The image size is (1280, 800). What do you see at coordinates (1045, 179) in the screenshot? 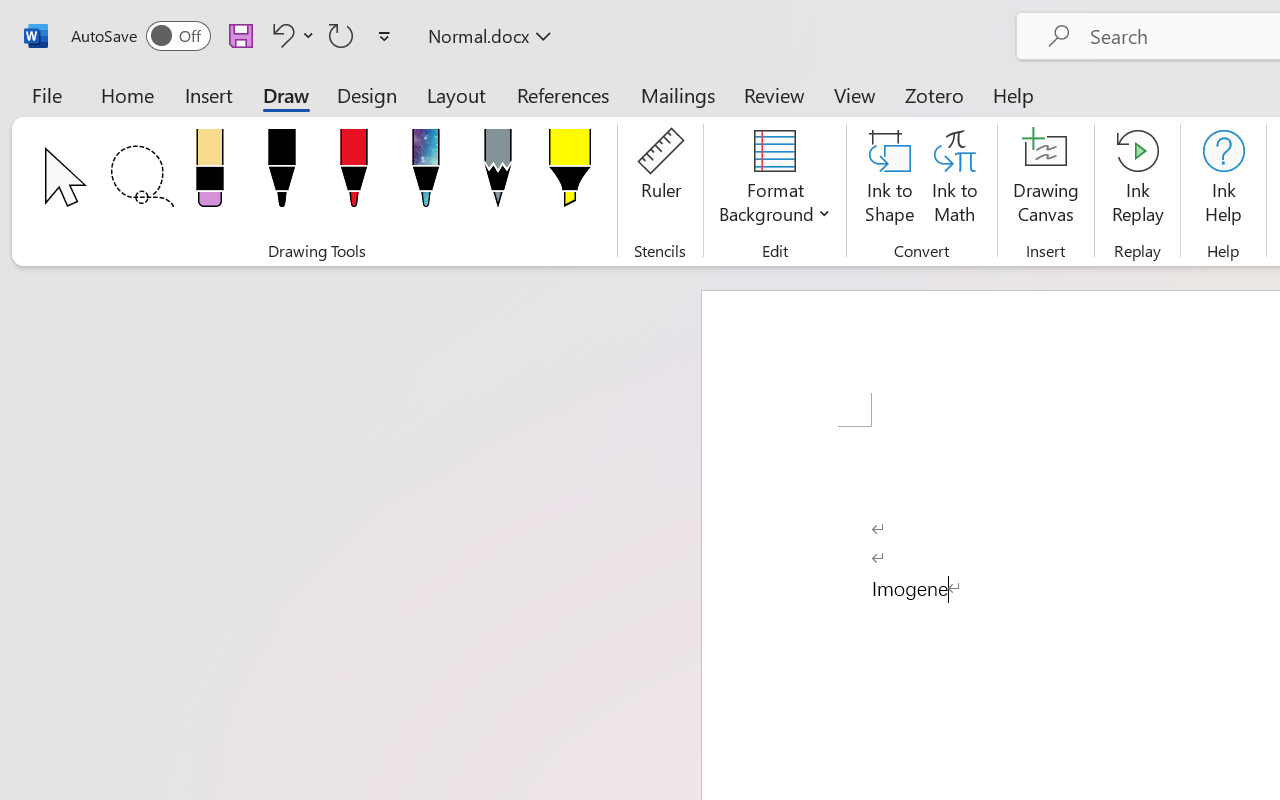
I see `'Drawing Canvas'` at bounding box center [1045, 179].